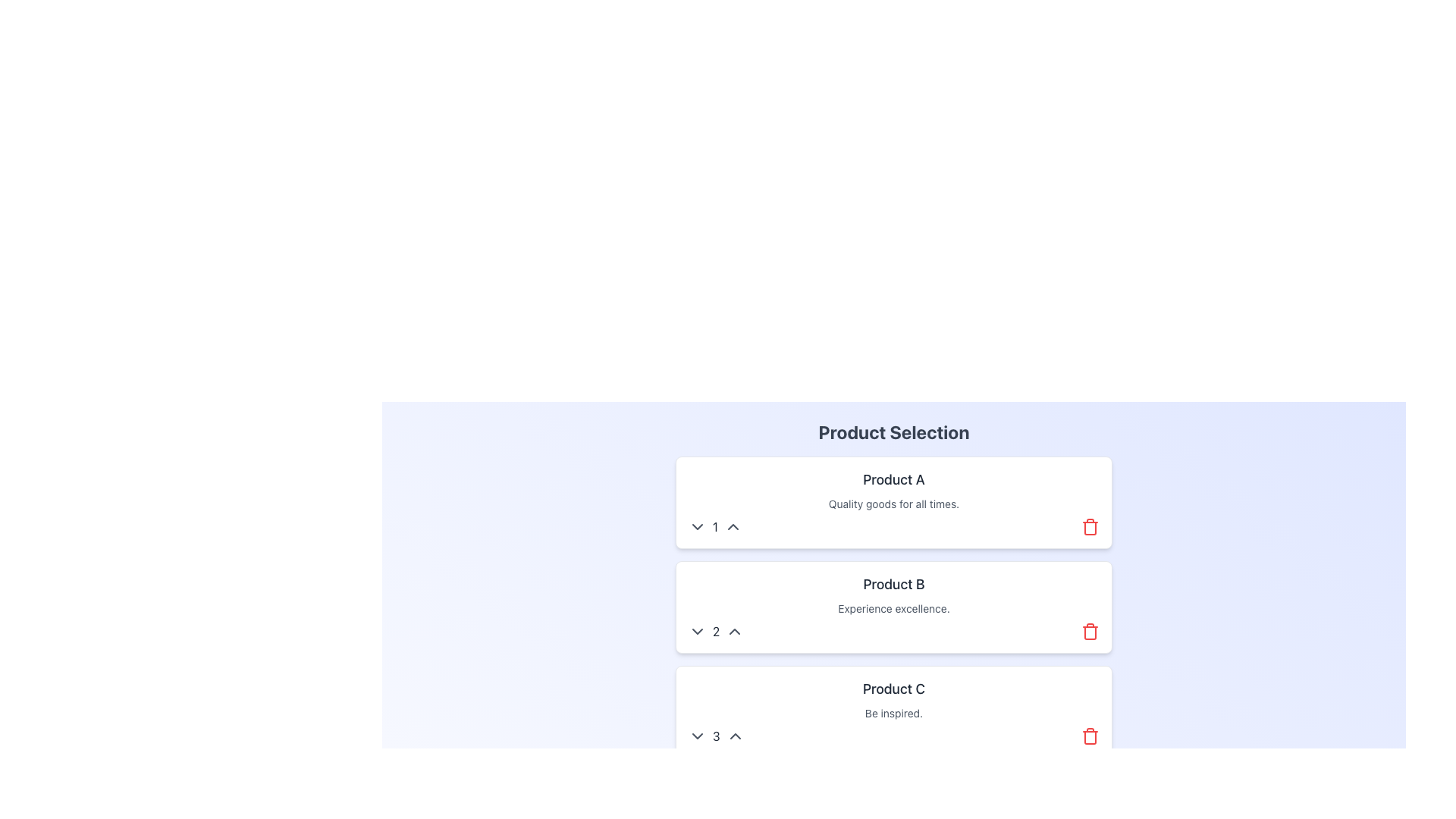 Image resolution: width=1456 pixels, height=819 pixels. What do you see at coordinates (1090, 526) in the screenshot?
I see `the red trash can icon at the right end of the topmost row in the vertical list` at bounding box center [1090, 526].